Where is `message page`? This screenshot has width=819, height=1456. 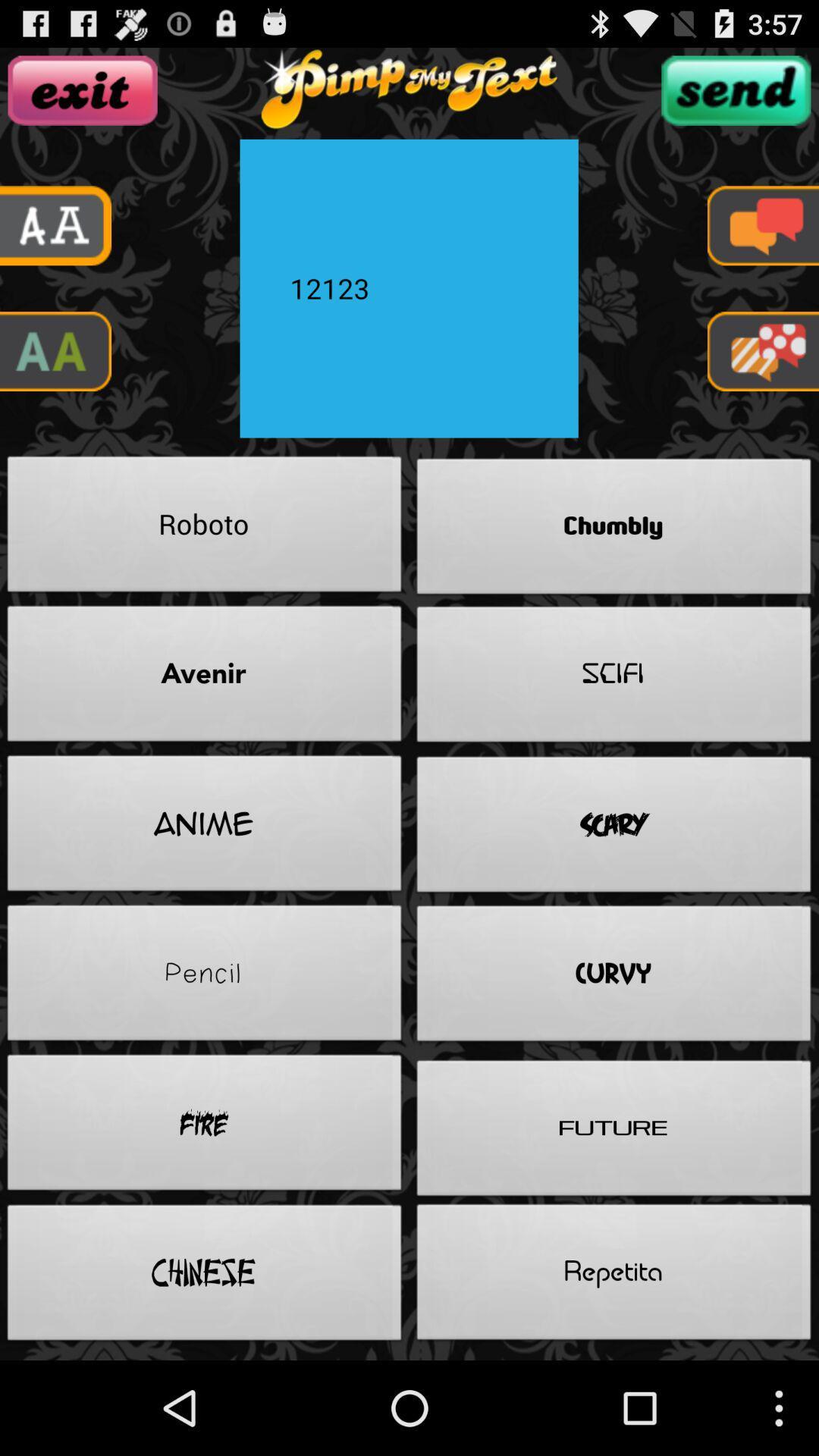 message page is located at coordinates (763, 224).